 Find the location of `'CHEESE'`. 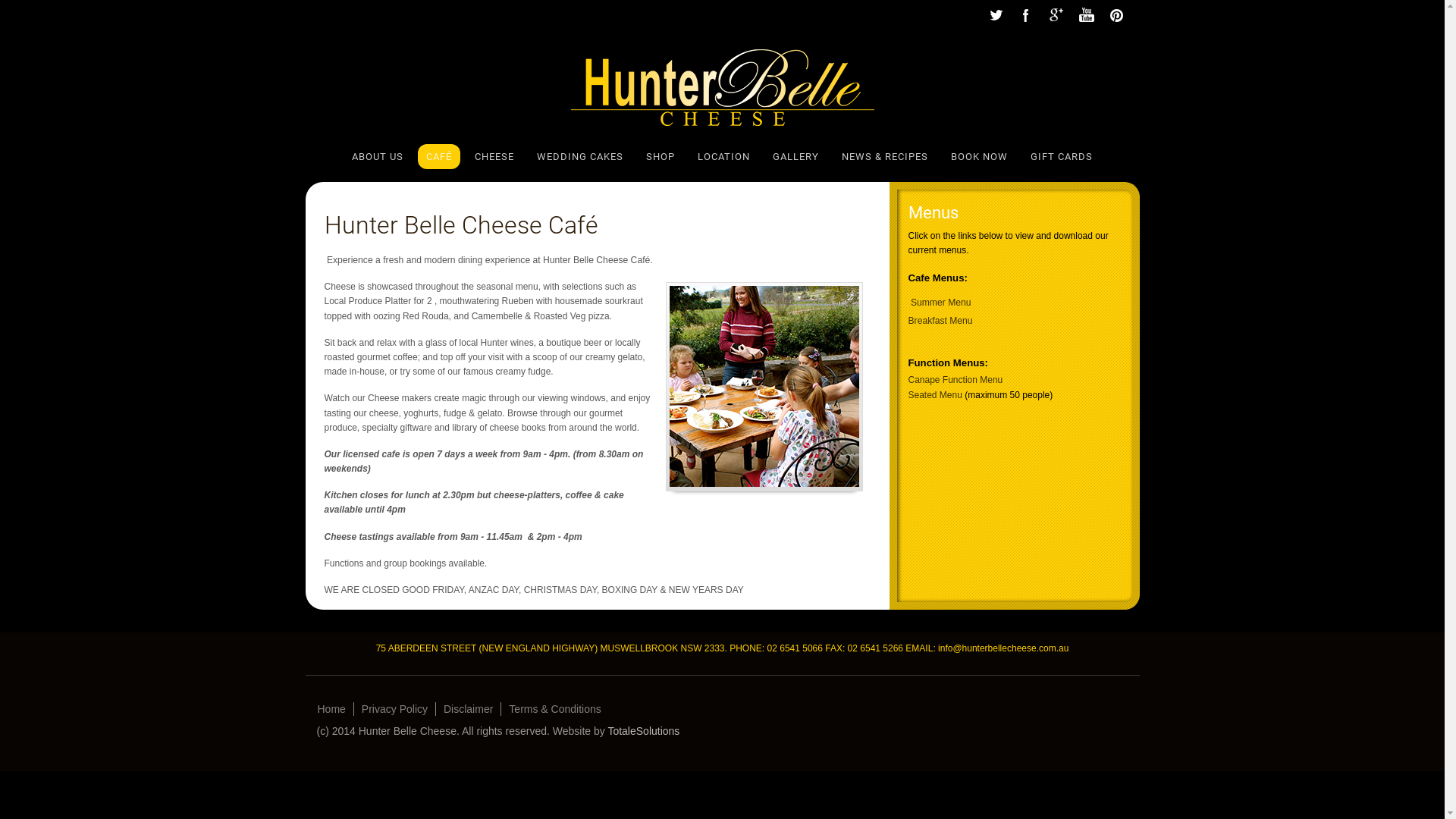

'CHEESE' is located at coordinates (494, 156).